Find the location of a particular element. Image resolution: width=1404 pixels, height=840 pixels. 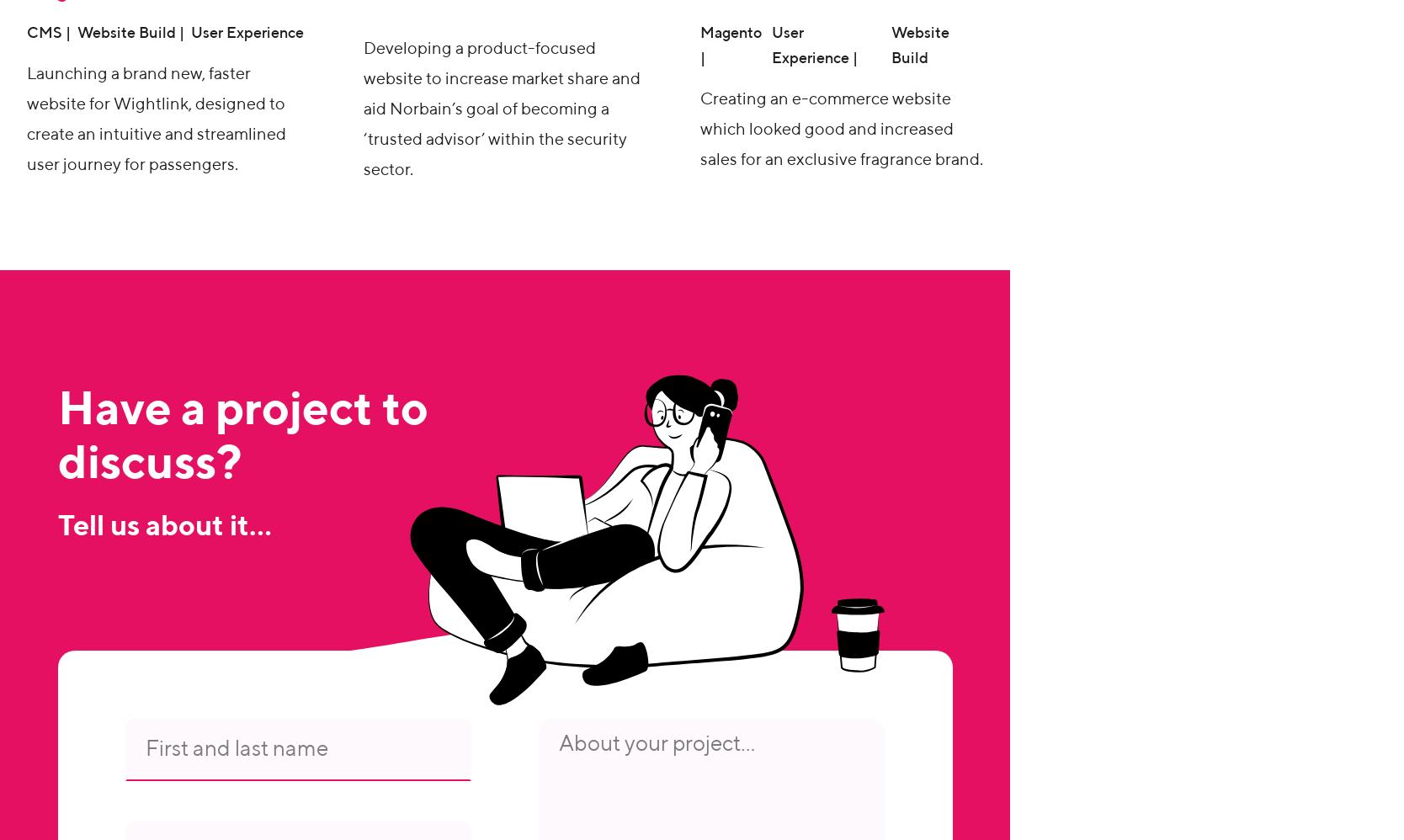

'Tell us about it...' is located at coordinates (163, 528).